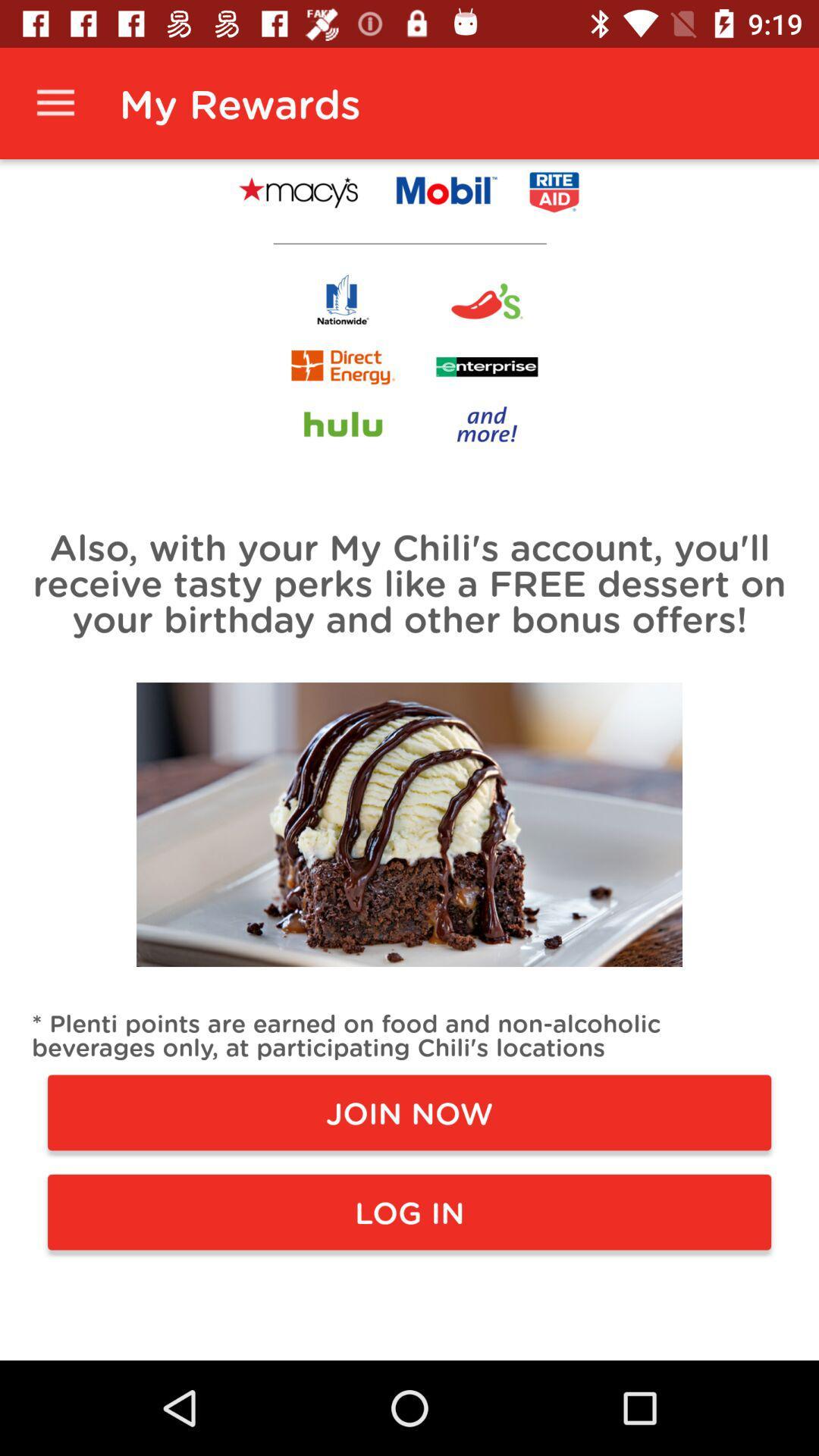 Image resolution: width=819 pixels, height=1456 pixels. I want to click on the icon below join now icon, so click(409, 1211).